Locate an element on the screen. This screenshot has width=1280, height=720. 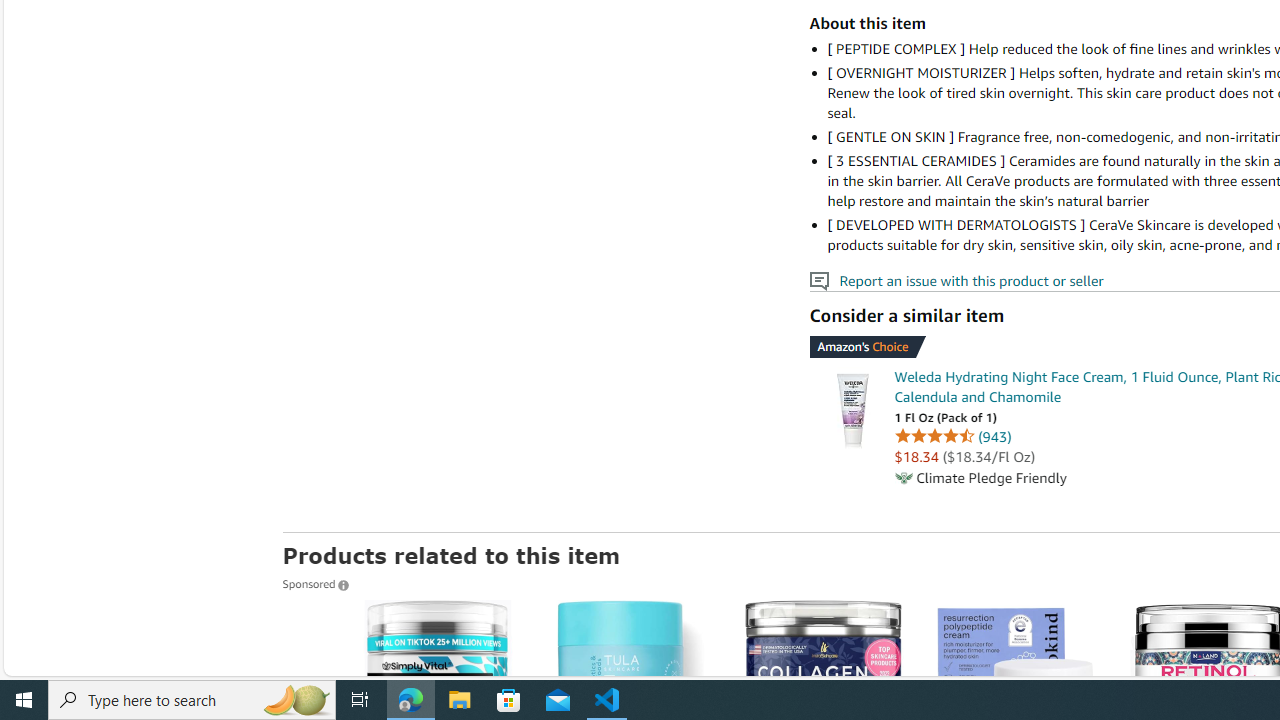
'Climate Pledge Friendly' is located at coordinates (902, 478).